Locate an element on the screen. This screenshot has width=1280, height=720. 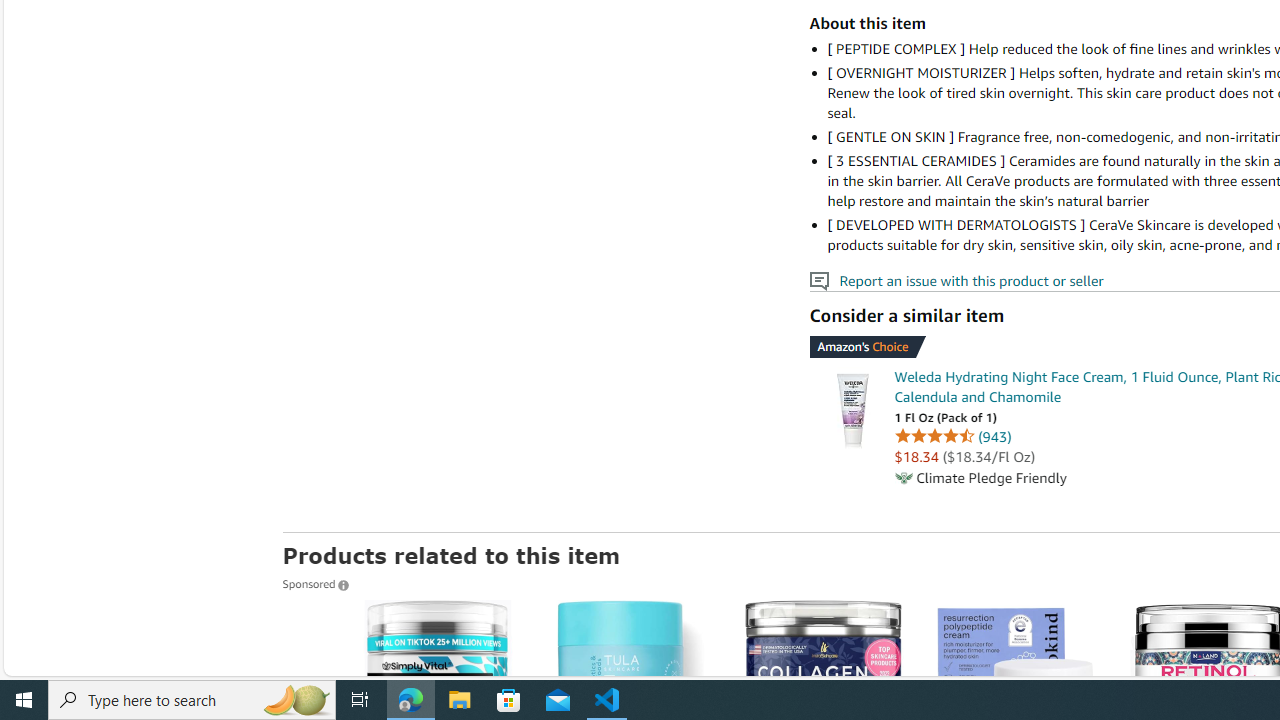
'Climate Pledge Friendly' is located at coordinates (902, 478).